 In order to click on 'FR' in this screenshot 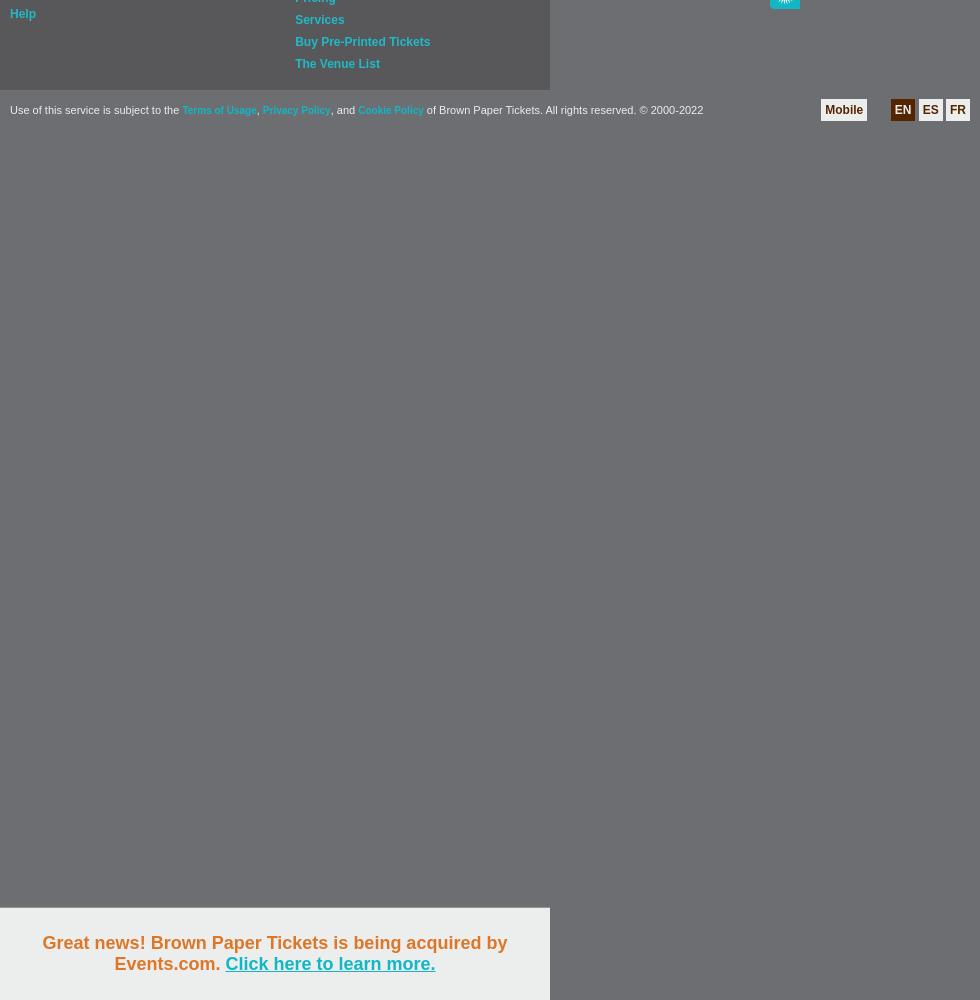, I will do `click(958, 109)`.